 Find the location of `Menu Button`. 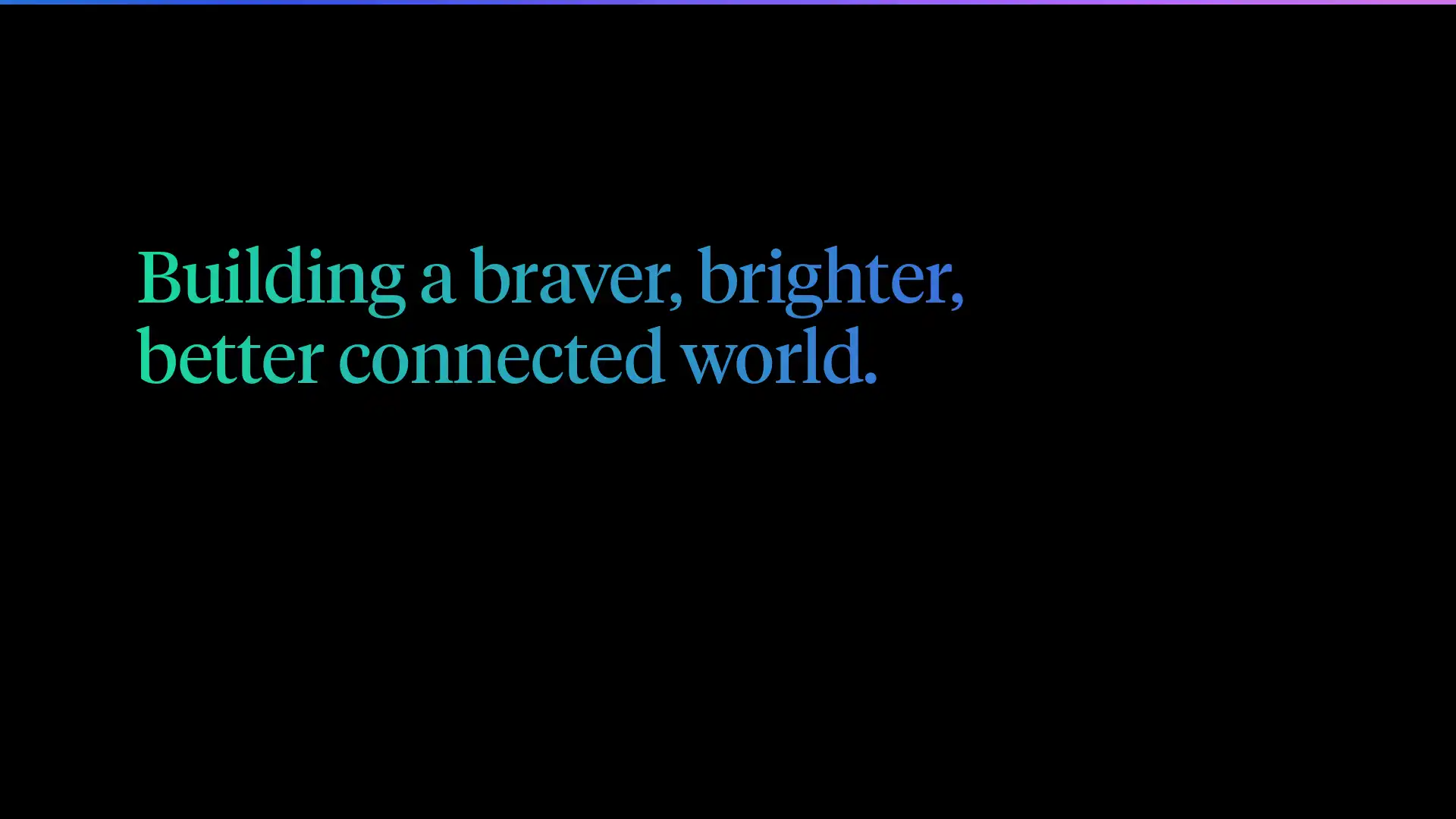

Menu Button is located at coordinates (1302, 39).